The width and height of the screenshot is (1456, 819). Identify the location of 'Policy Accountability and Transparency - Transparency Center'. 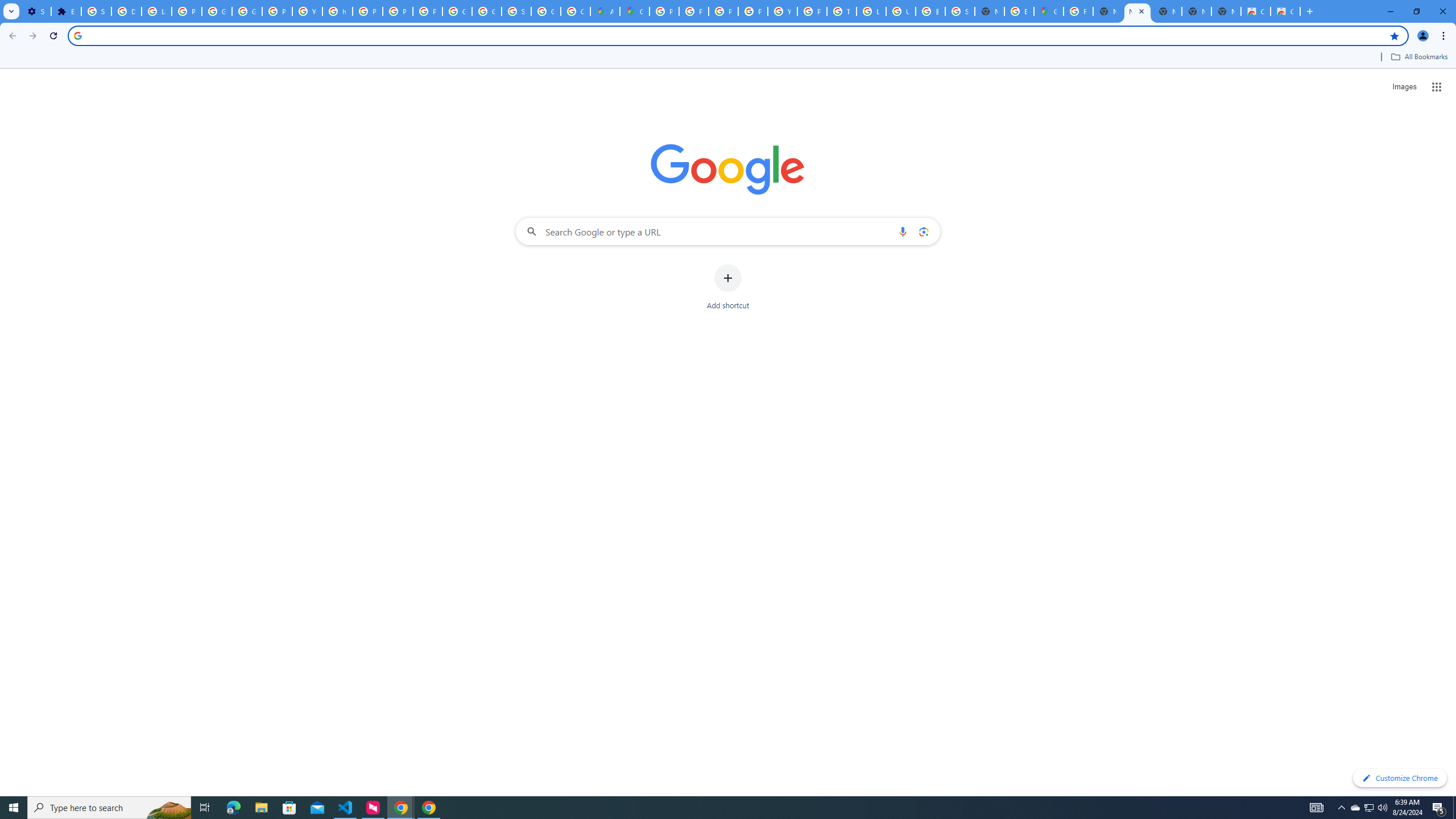
(664, 11).